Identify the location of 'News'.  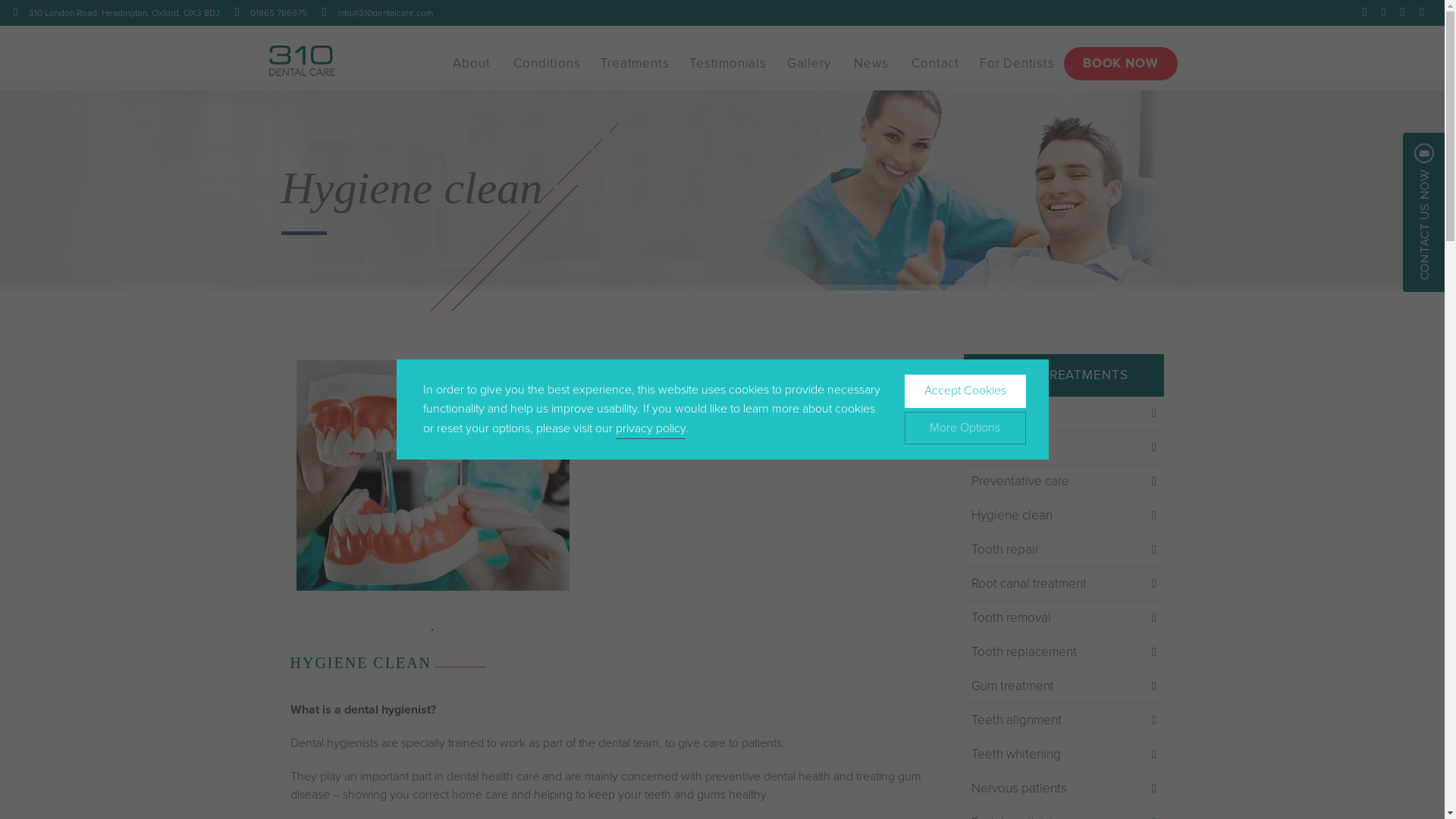
(841, 67).